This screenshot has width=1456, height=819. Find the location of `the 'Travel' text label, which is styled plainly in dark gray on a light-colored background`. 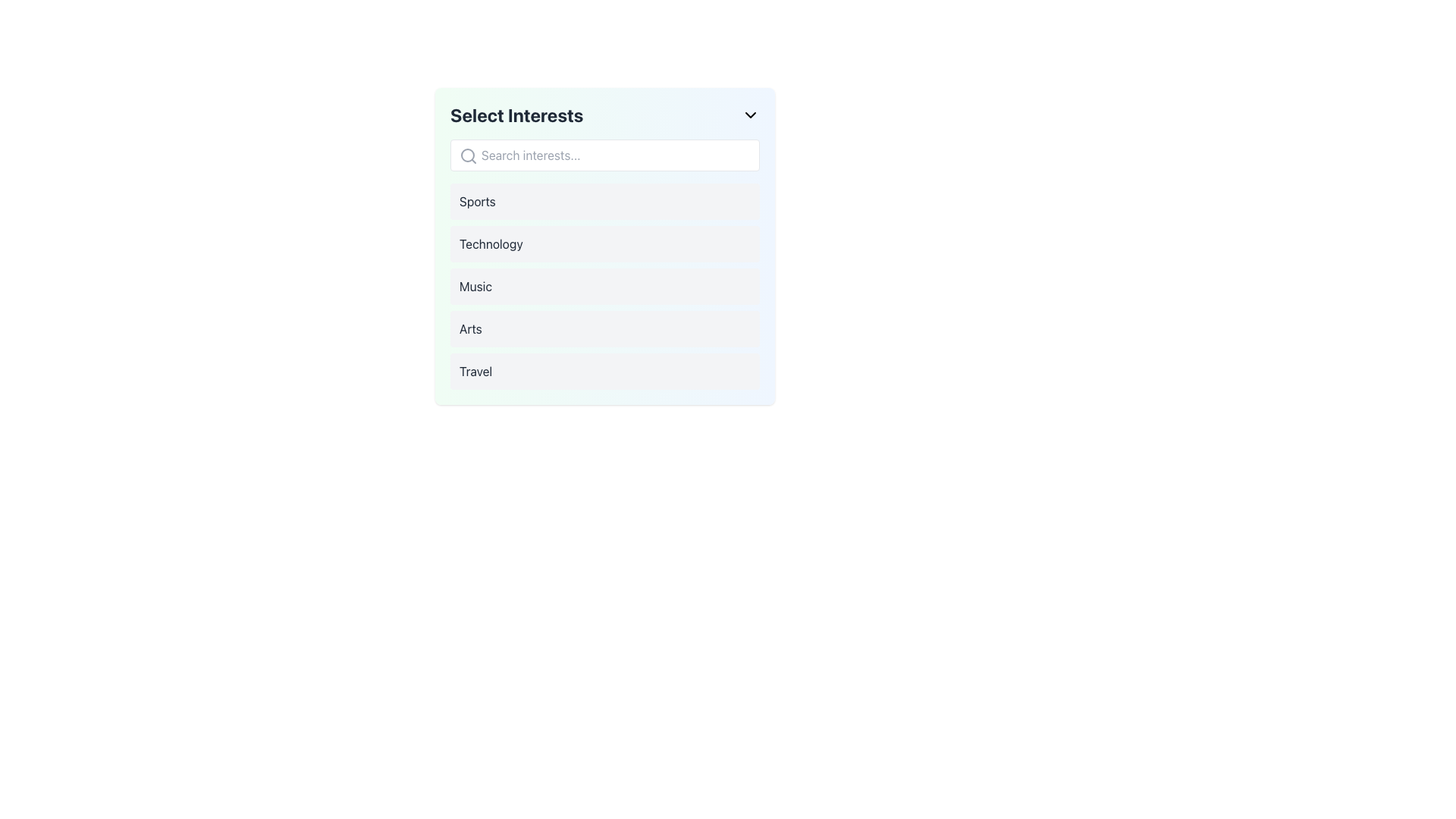

the 'Travel' text label, which is styled plainly in dark gray on a light-colored background is located at coordinates (475, 371).